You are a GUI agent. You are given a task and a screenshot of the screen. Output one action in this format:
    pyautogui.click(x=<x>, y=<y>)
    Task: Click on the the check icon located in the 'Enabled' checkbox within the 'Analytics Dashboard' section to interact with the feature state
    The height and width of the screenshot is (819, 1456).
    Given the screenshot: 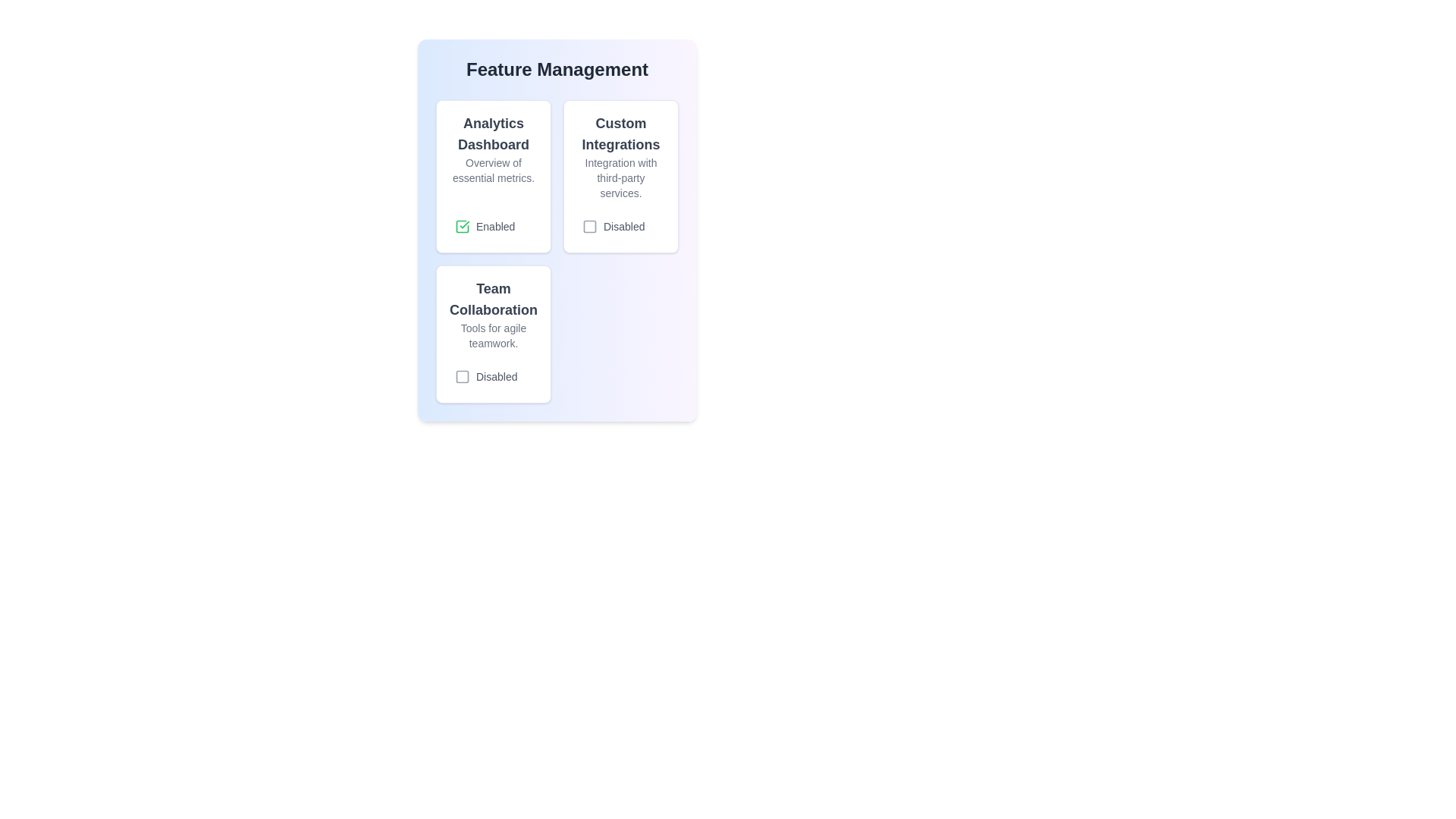 What is the action you would take?
    pyautogui.click(x=461, y=227)
    